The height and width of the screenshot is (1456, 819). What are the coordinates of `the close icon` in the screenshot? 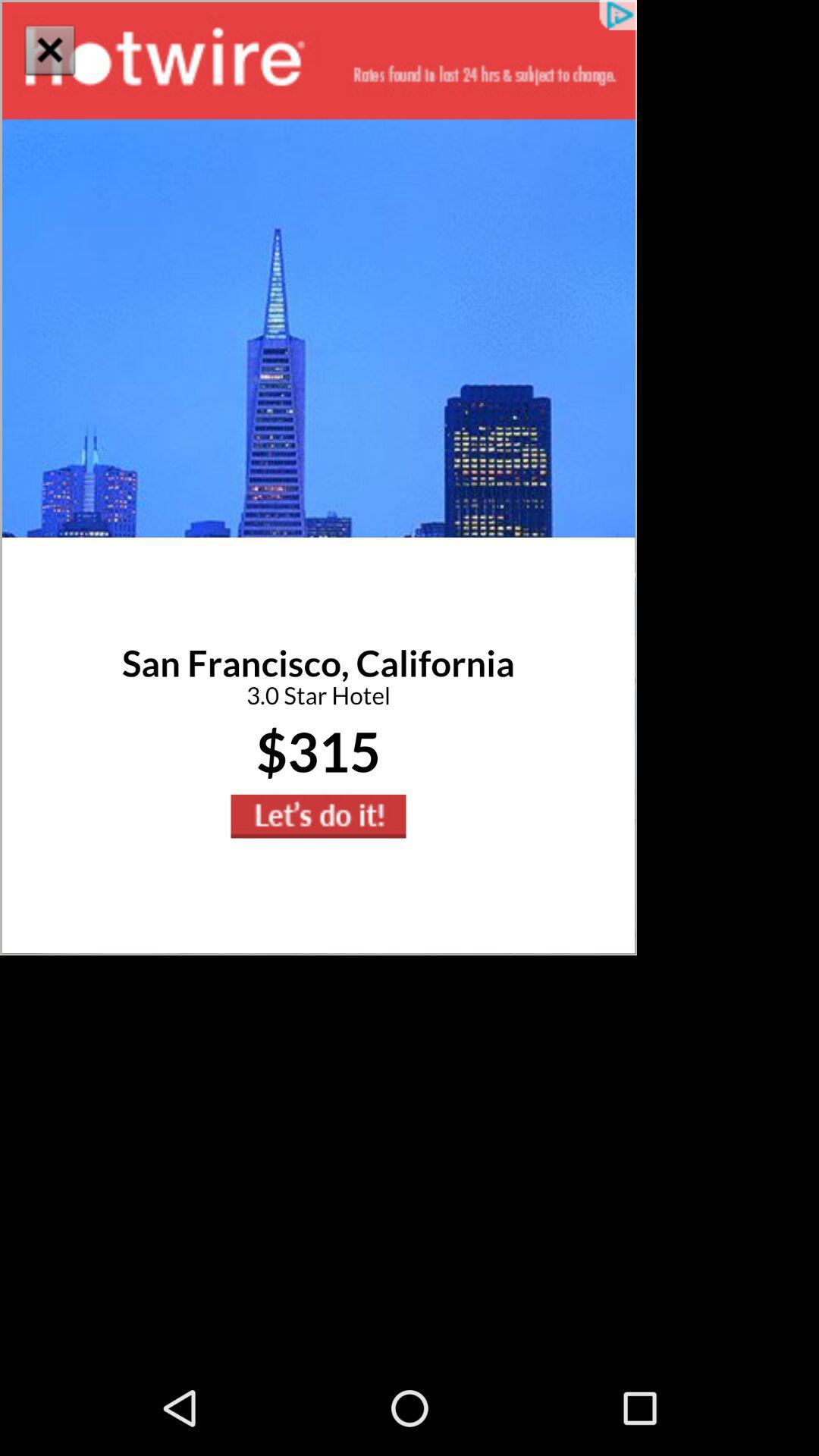 It's located at (49, 53).